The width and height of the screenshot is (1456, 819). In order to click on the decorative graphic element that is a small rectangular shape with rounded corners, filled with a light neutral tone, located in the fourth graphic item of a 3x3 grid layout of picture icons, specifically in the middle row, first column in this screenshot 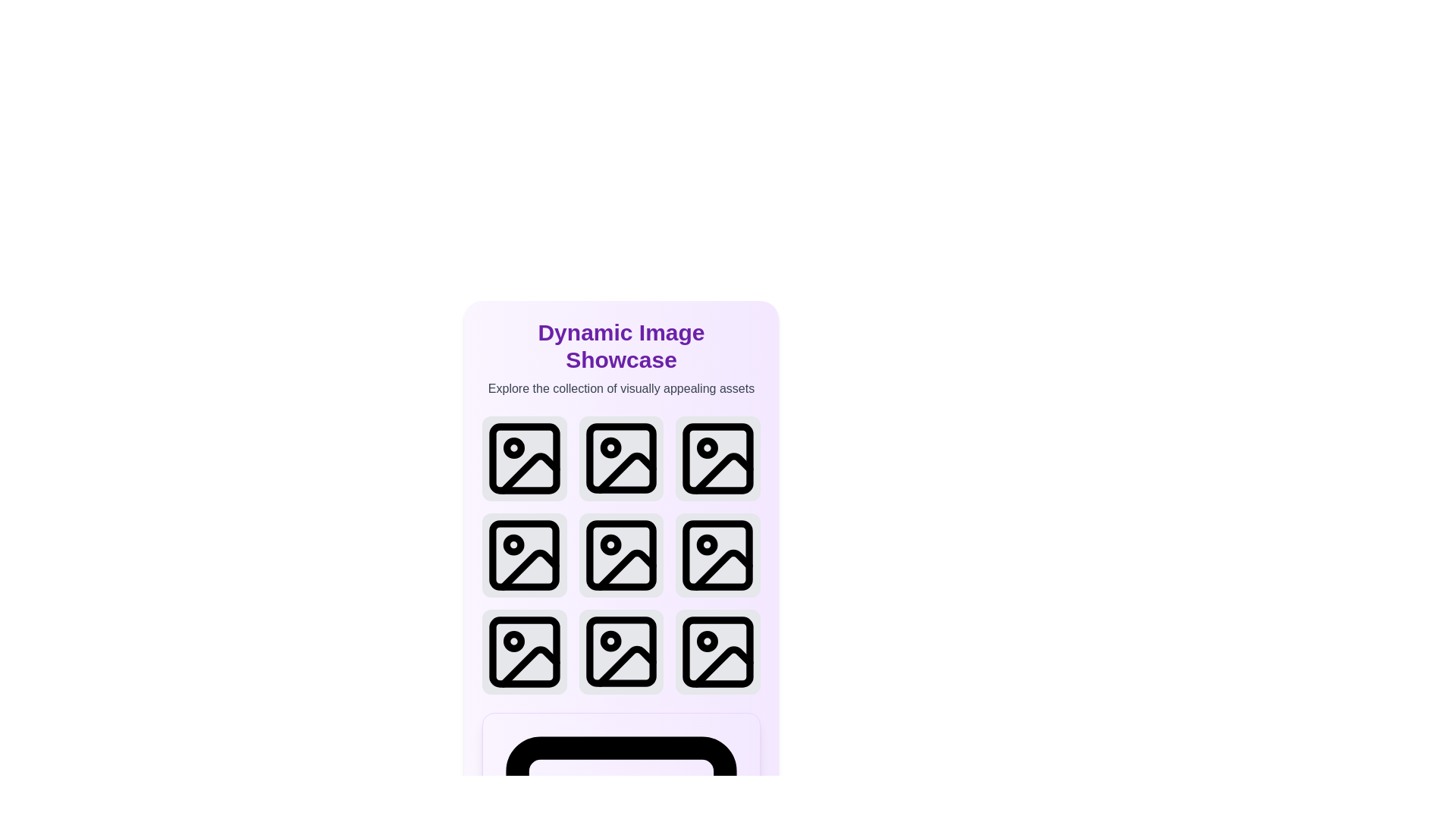, I will do `click(524, 555)`.